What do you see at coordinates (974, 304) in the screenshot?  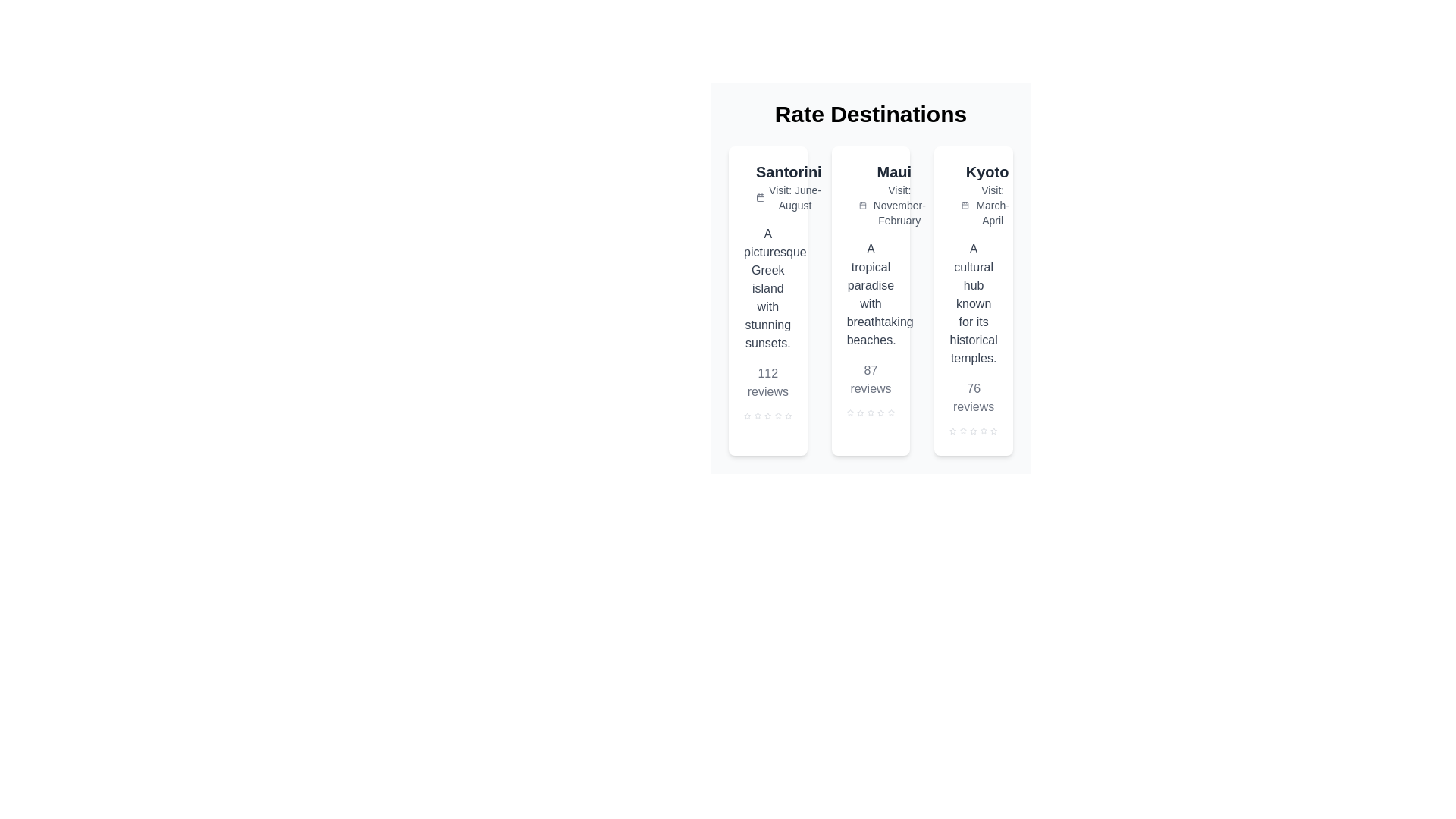 I see `the static text displaying 'A cultural hub known for its historical temples.' which is the third textual description in the vertical list about destinations within the 'Kyoto' card` at bounding box center [974, 304].